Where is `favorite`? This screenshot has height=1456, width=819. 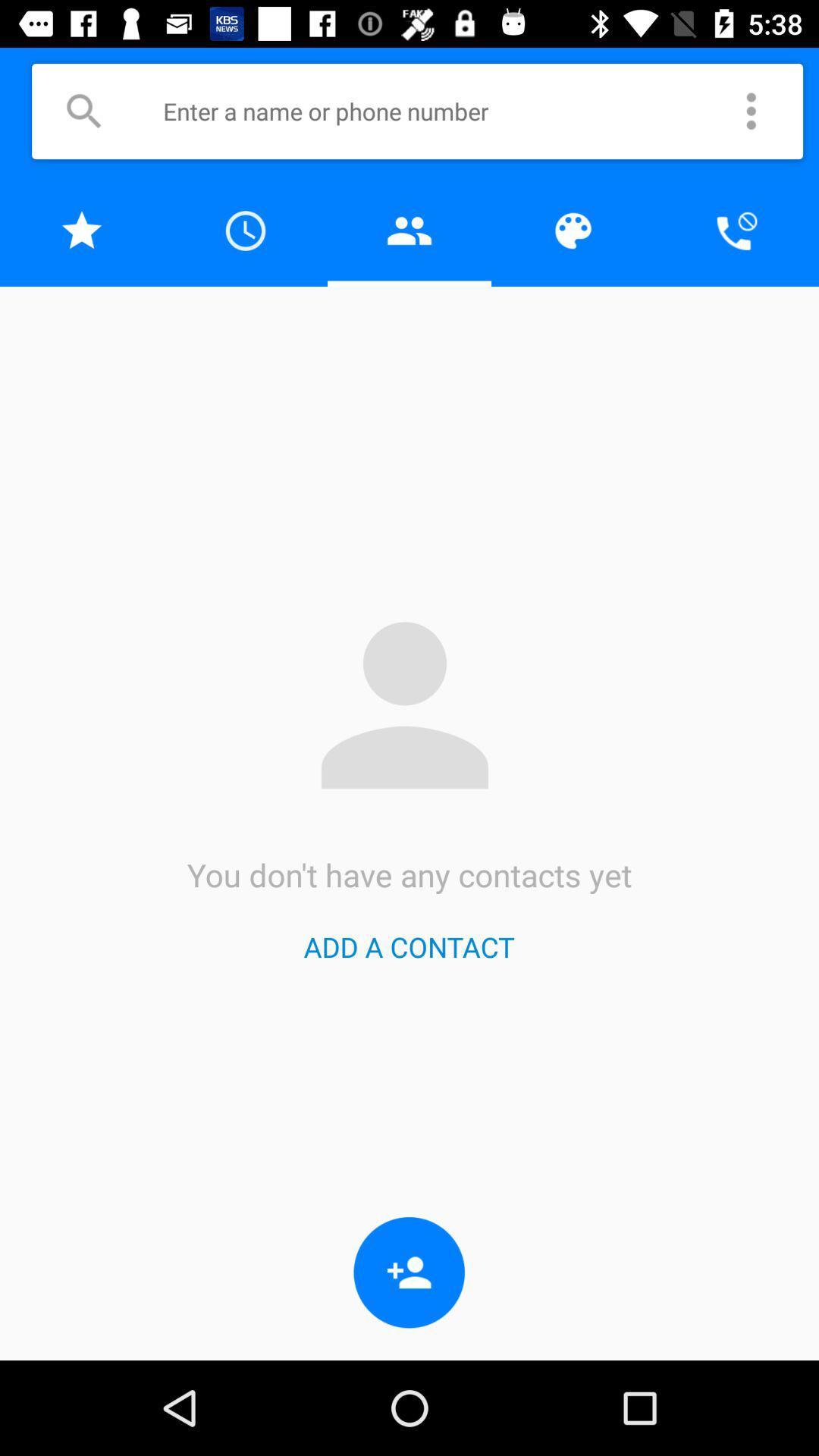 favorite is located at coordinates (82, 230).